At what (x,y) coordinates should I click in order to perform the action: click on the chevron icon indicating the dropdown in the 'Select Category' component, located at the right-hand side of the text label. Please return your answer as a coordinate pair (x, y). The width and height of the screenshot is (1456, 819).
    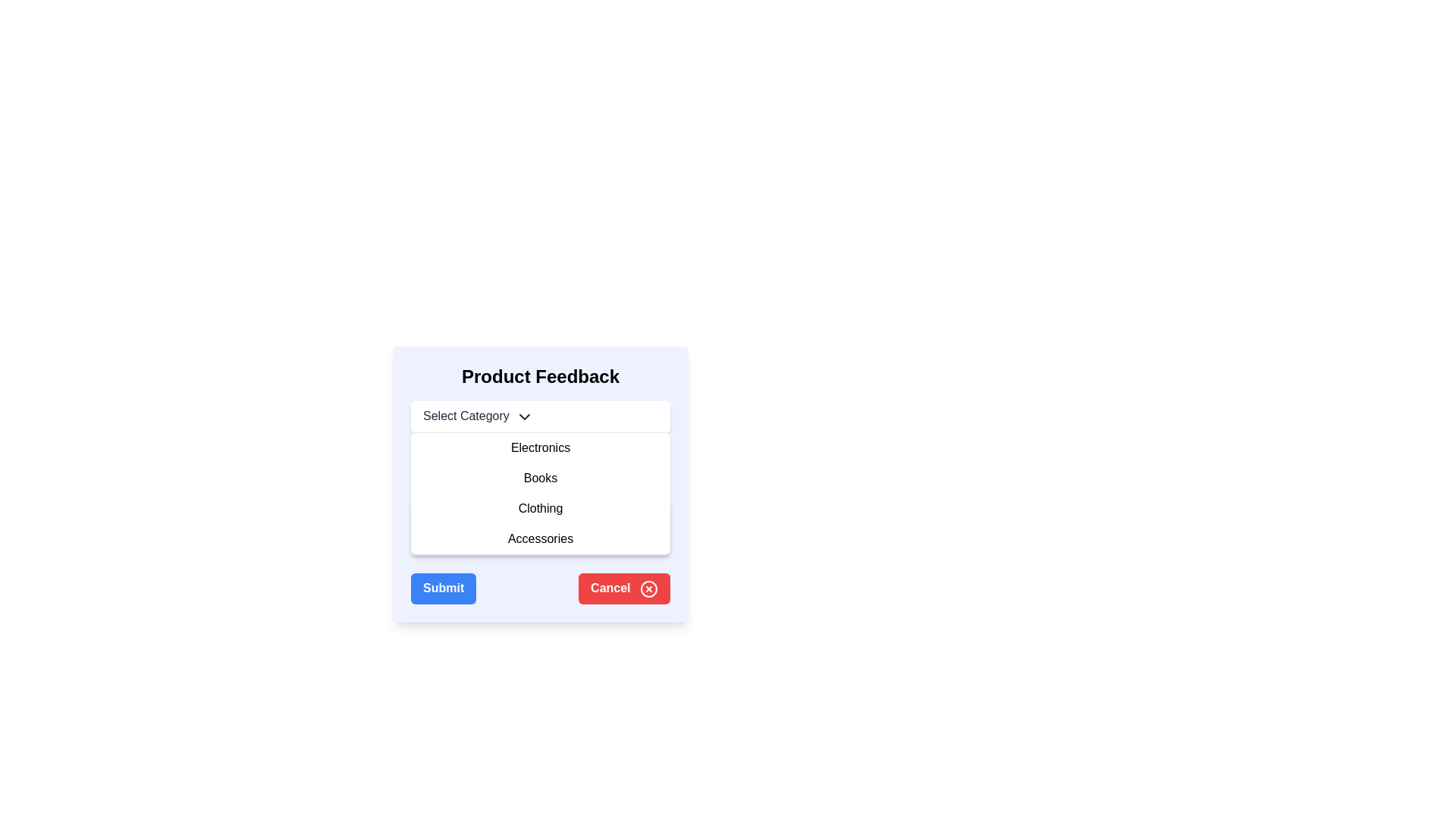
    Looking at the image, I should click on (524, 416).